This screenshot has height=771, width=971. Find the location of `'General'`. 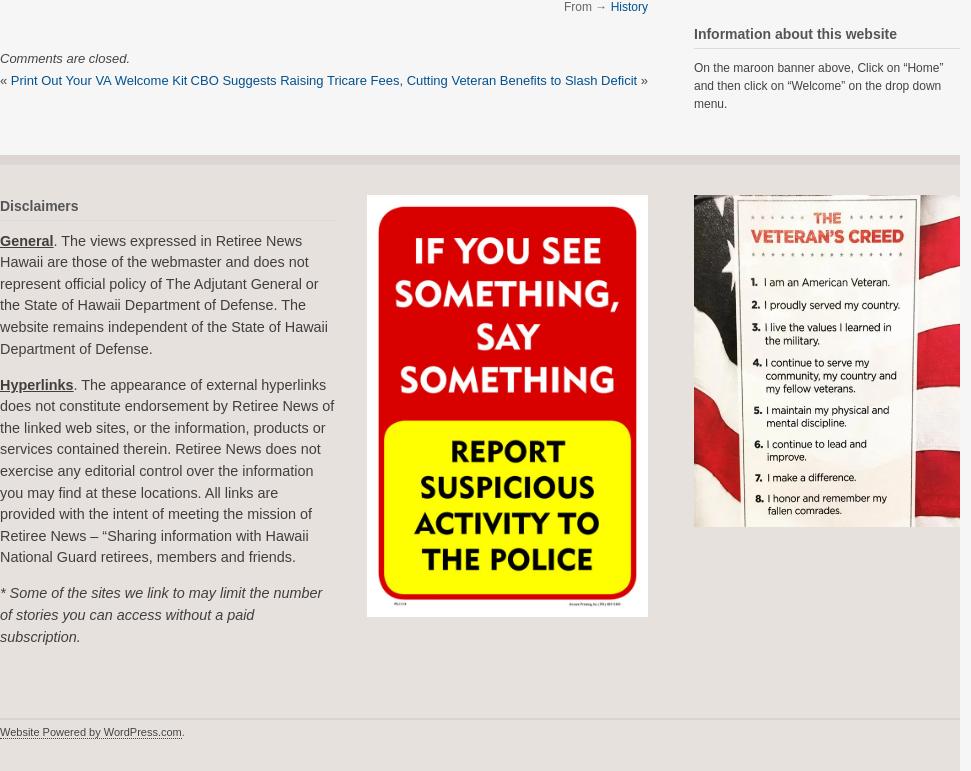

'General' is located at coordinates (26, 240).